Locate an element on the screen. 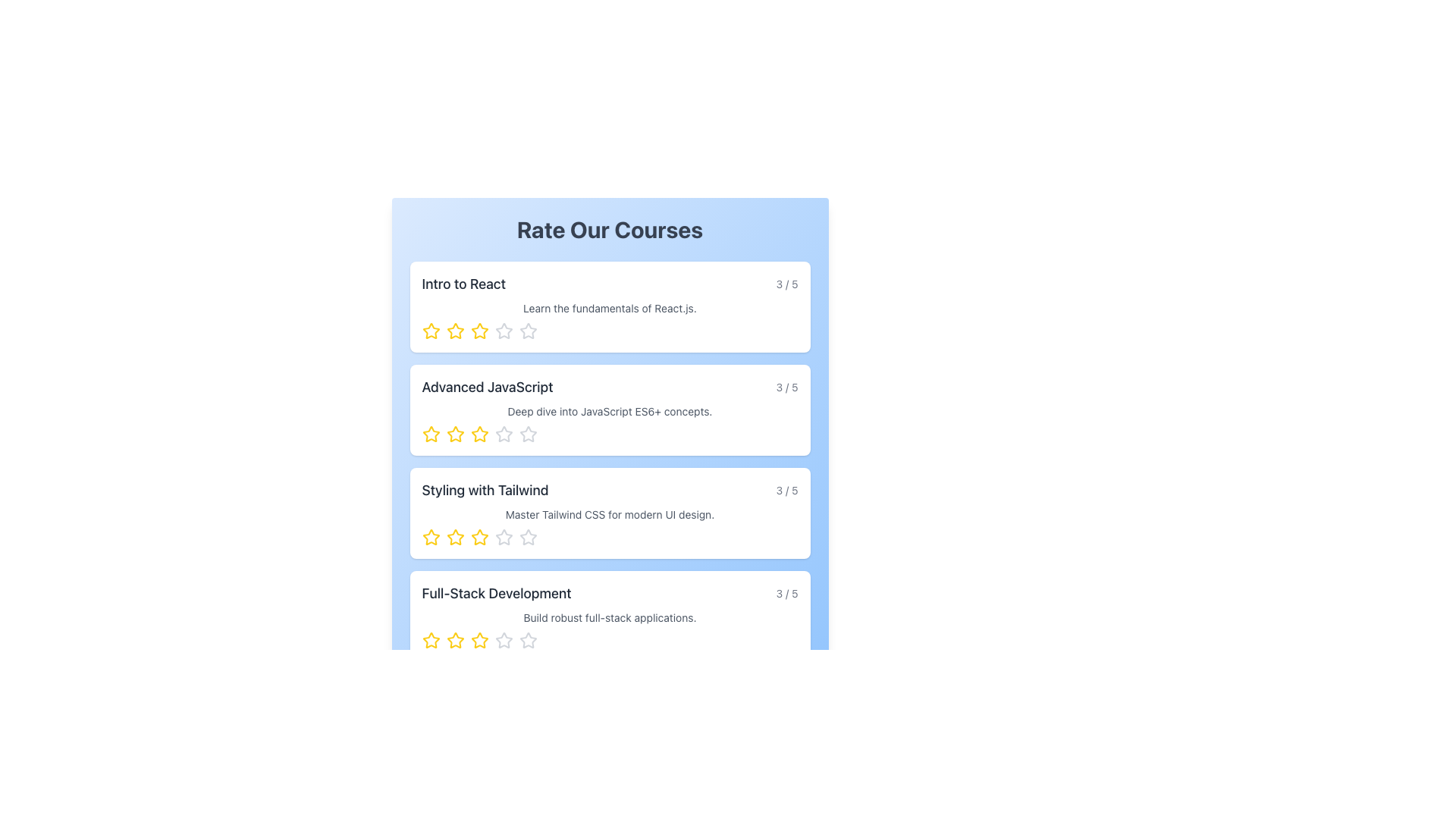 The width and height of the screenshot is (1456, 819). the fourth star icon in the rating row under the 'Advanced JavaScript' course to set or adjust the rating is located at coordinates (528, 434).